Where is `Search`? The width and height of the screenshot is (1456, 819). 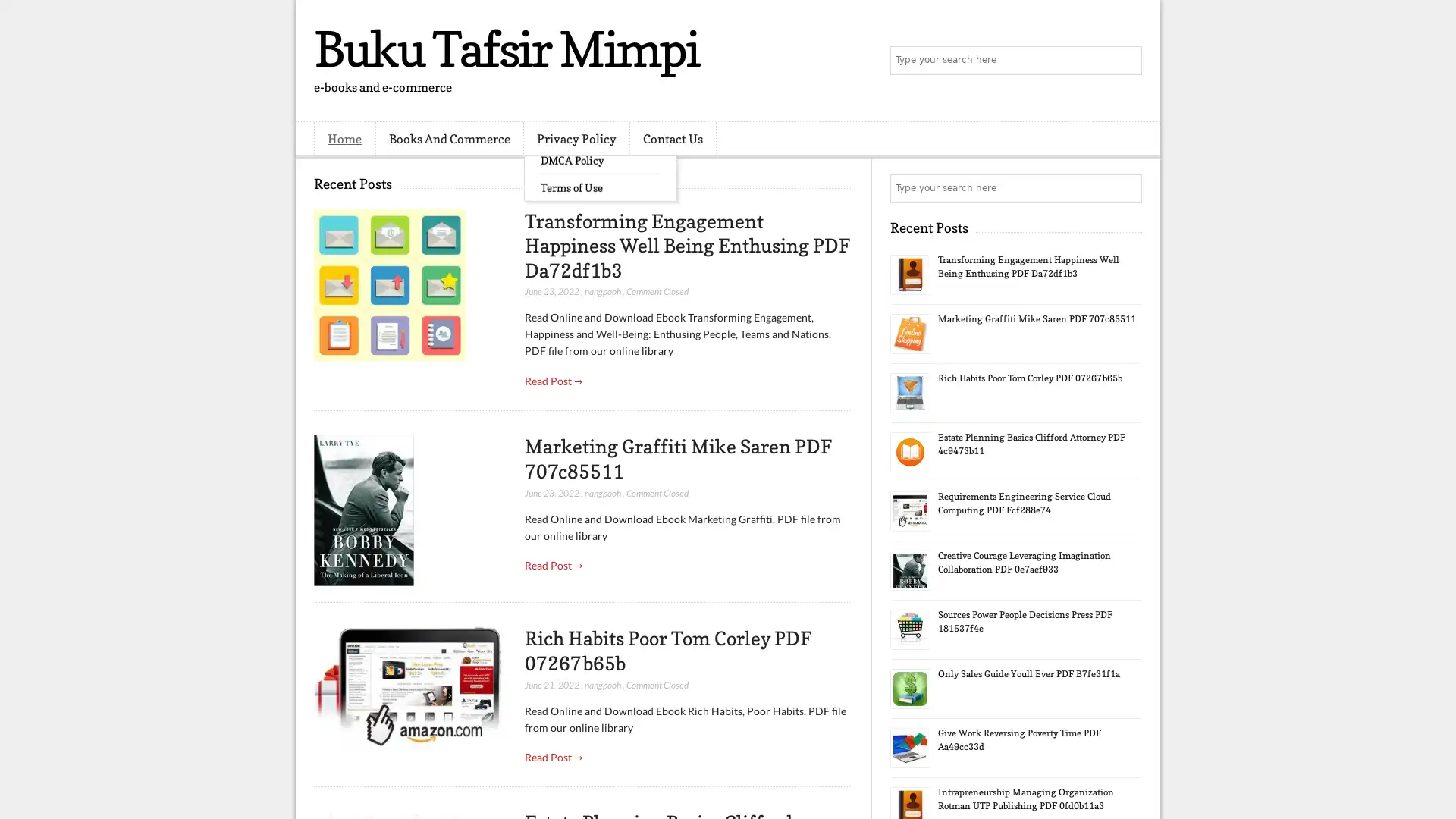
Search is located at coordinates (1126, 188).